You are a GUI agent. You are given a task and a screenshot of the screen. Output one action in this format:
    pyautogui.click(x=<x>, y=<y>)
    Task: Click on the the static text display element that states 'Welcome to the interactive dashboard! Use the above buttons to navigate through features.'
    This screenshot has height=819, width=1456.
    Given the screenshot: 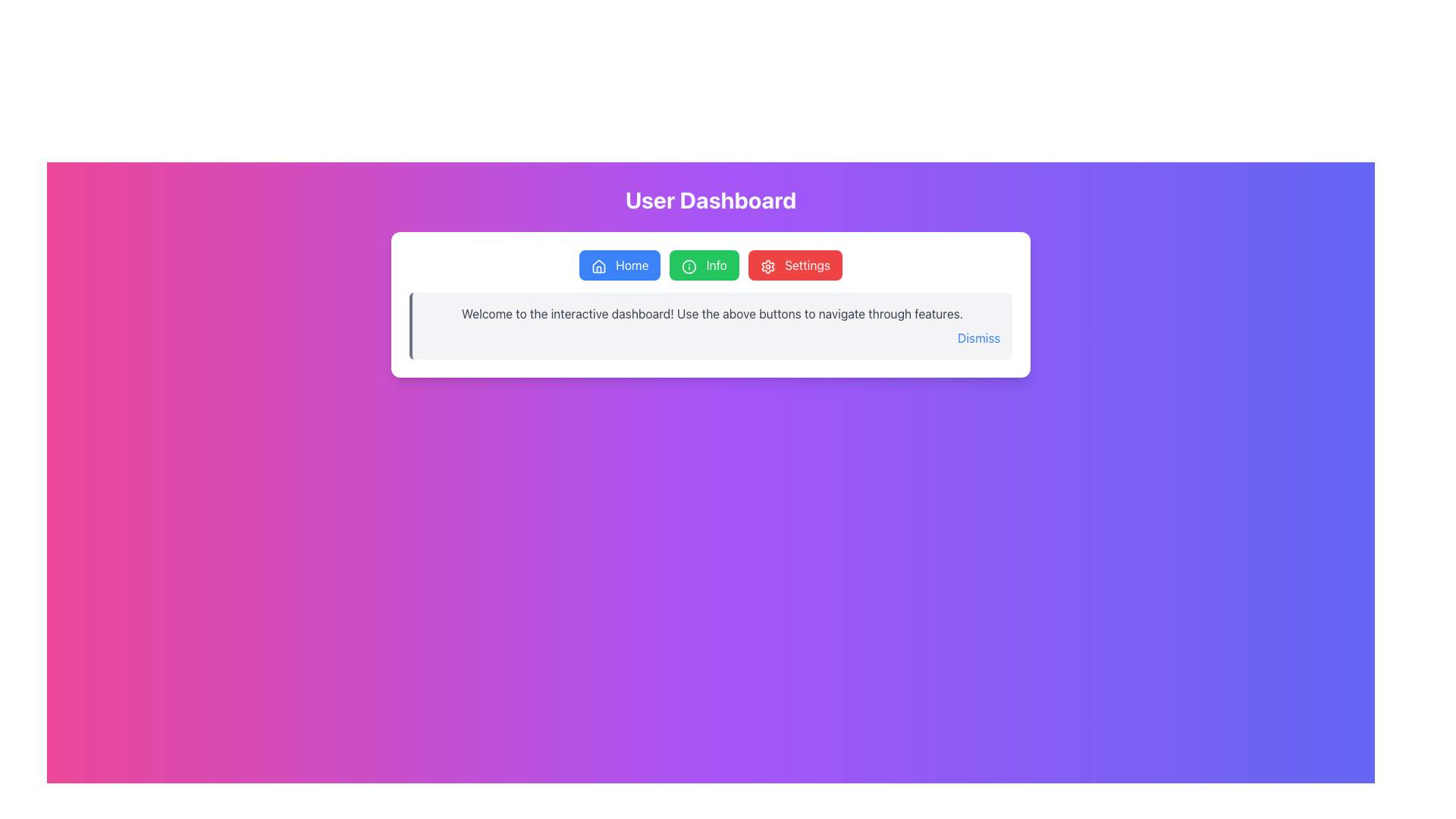 What is the action you would take?
    pyautogui.click(x=711, y=312)
    